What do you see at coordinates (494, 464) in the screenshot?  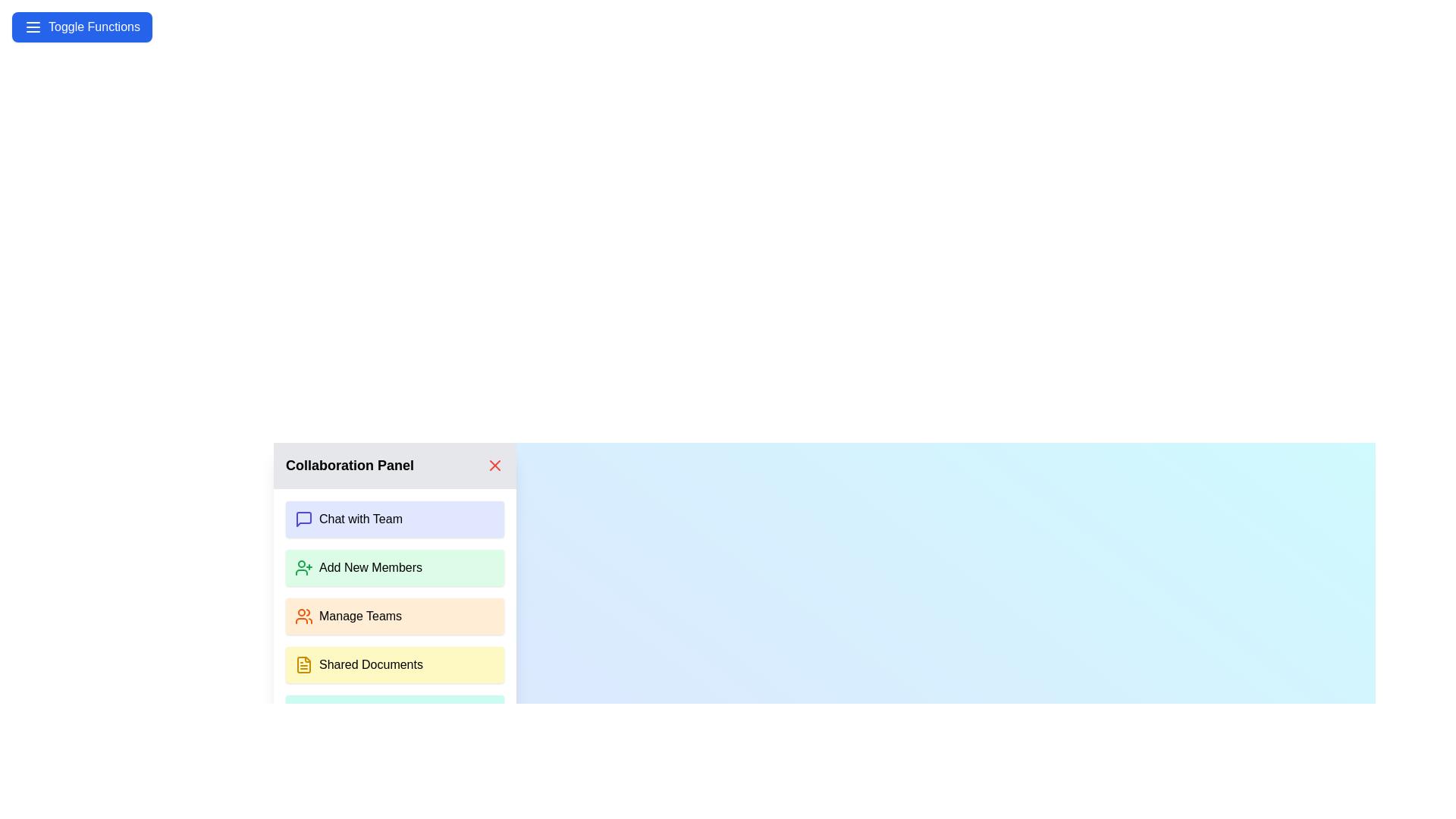 I see `the small, red 'X' icon button used for closing or deleting, located in the header of the 'Collaboration Panel' section, and focus on it using keyboard navigation` at bounding box center [494, 464].